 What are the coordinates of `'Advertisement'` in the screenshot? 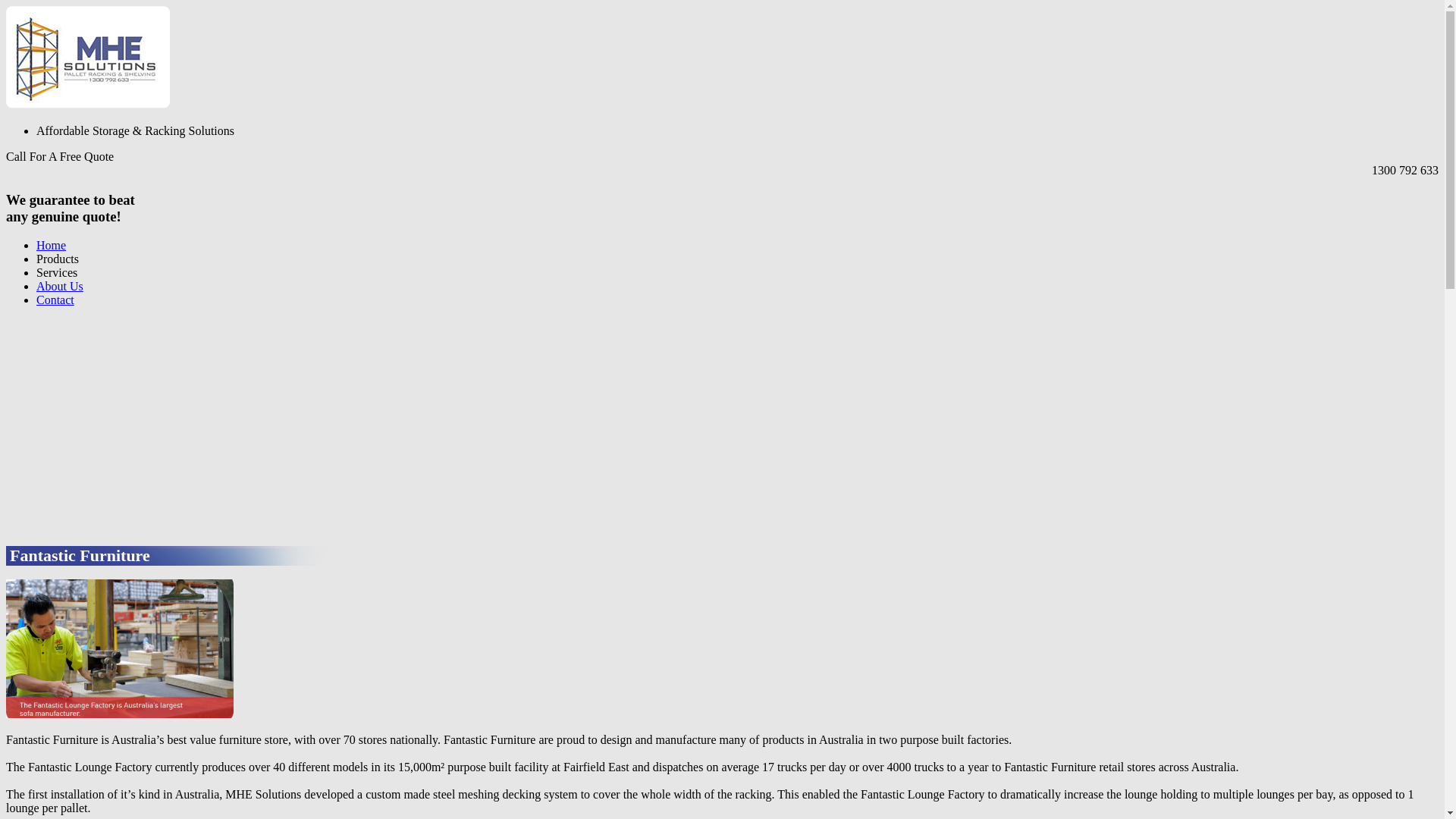 It's located at (6, 425).